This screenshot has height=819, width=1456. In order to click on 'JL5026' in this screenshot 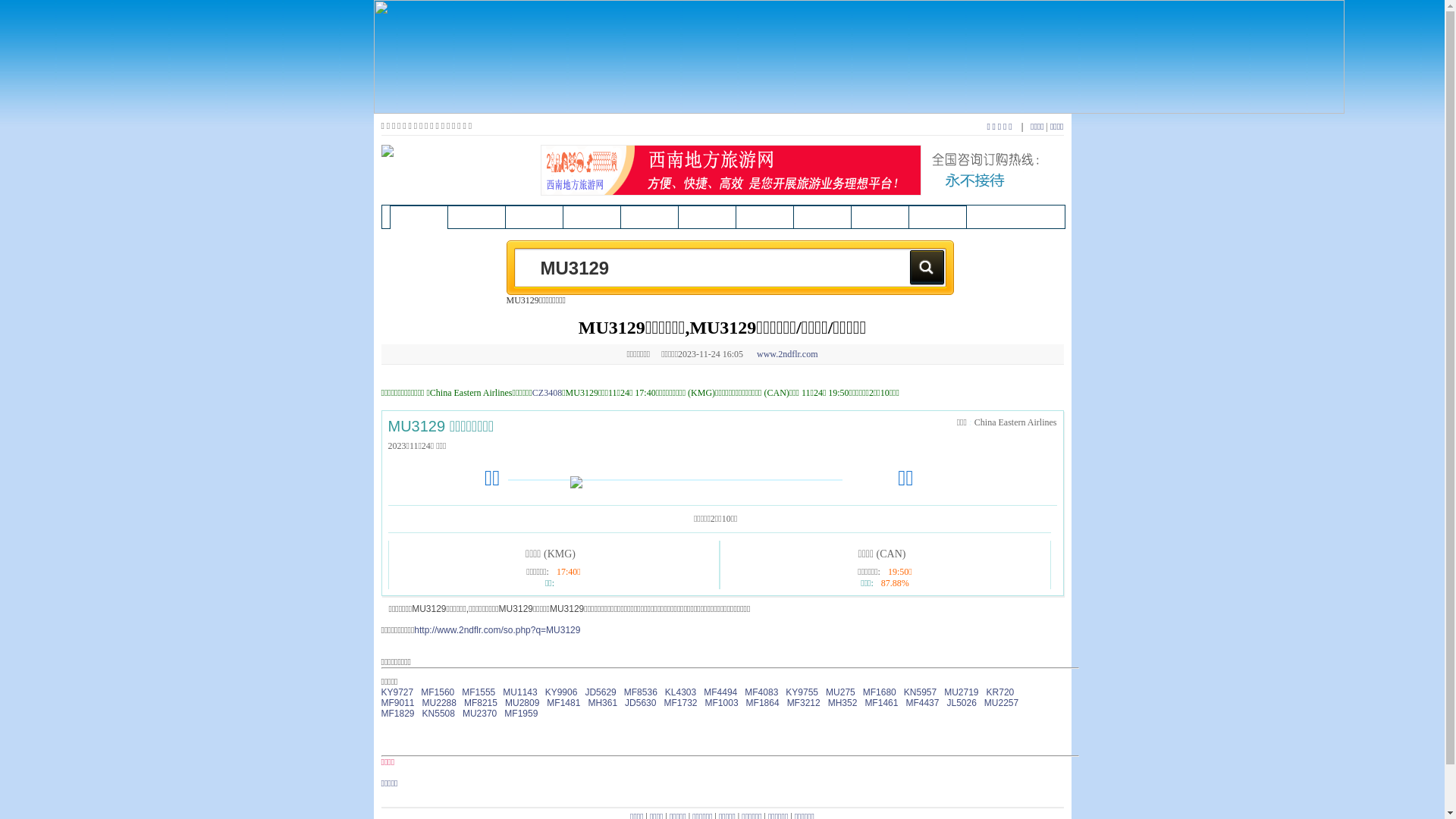, I will do `click(960, 702)`.